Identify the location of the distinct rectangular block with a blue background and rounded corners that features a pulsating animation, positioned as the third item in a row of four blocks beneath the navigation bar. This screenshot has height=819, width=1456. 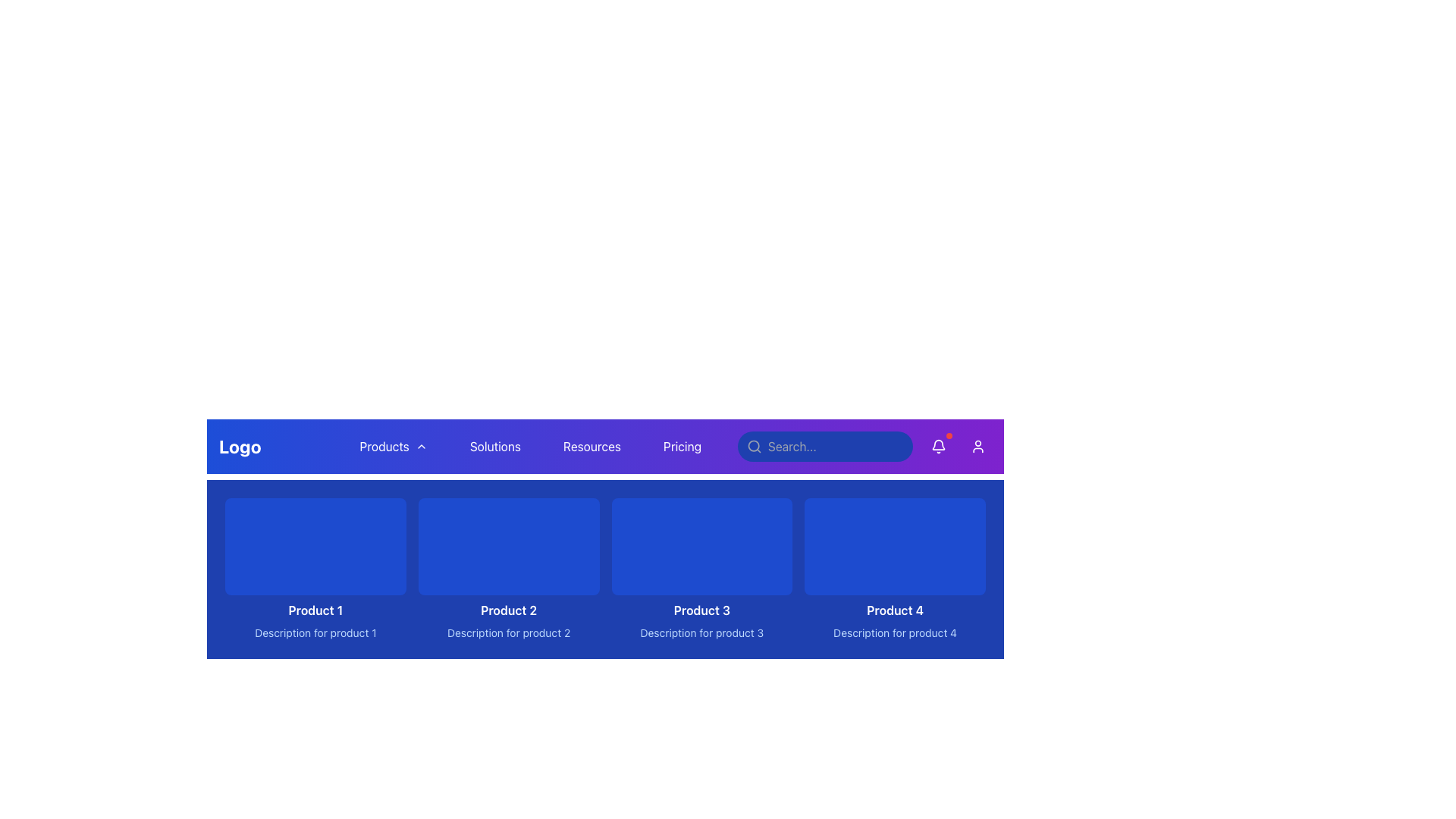
(701, 547).